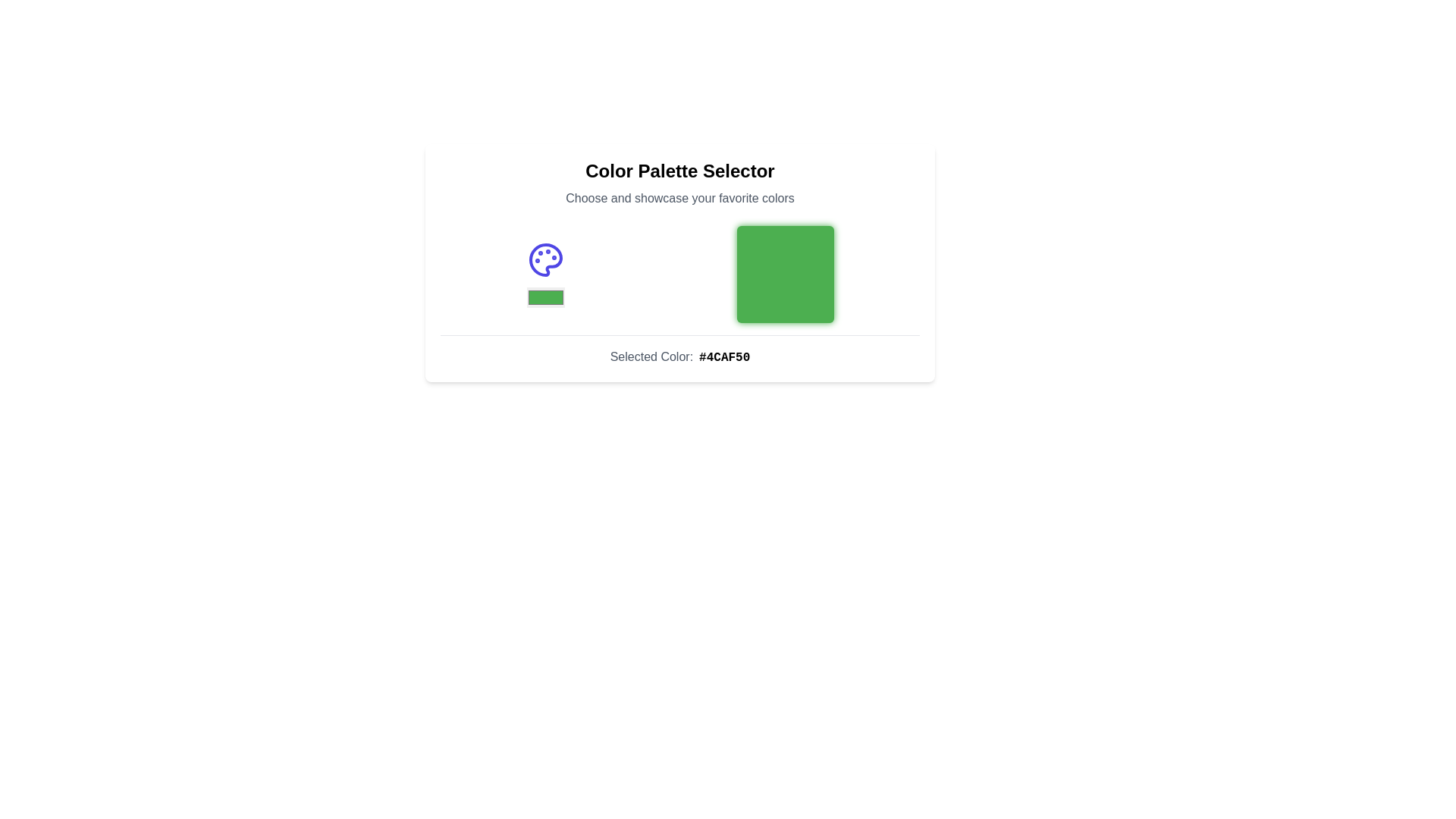 The height and width of the screenshot is (819, 1456). What do you see at coordinates (545, 297) in the screenshot?
I see `the small rectangular color selector with a solid green color` at bounding box center [545, 297].